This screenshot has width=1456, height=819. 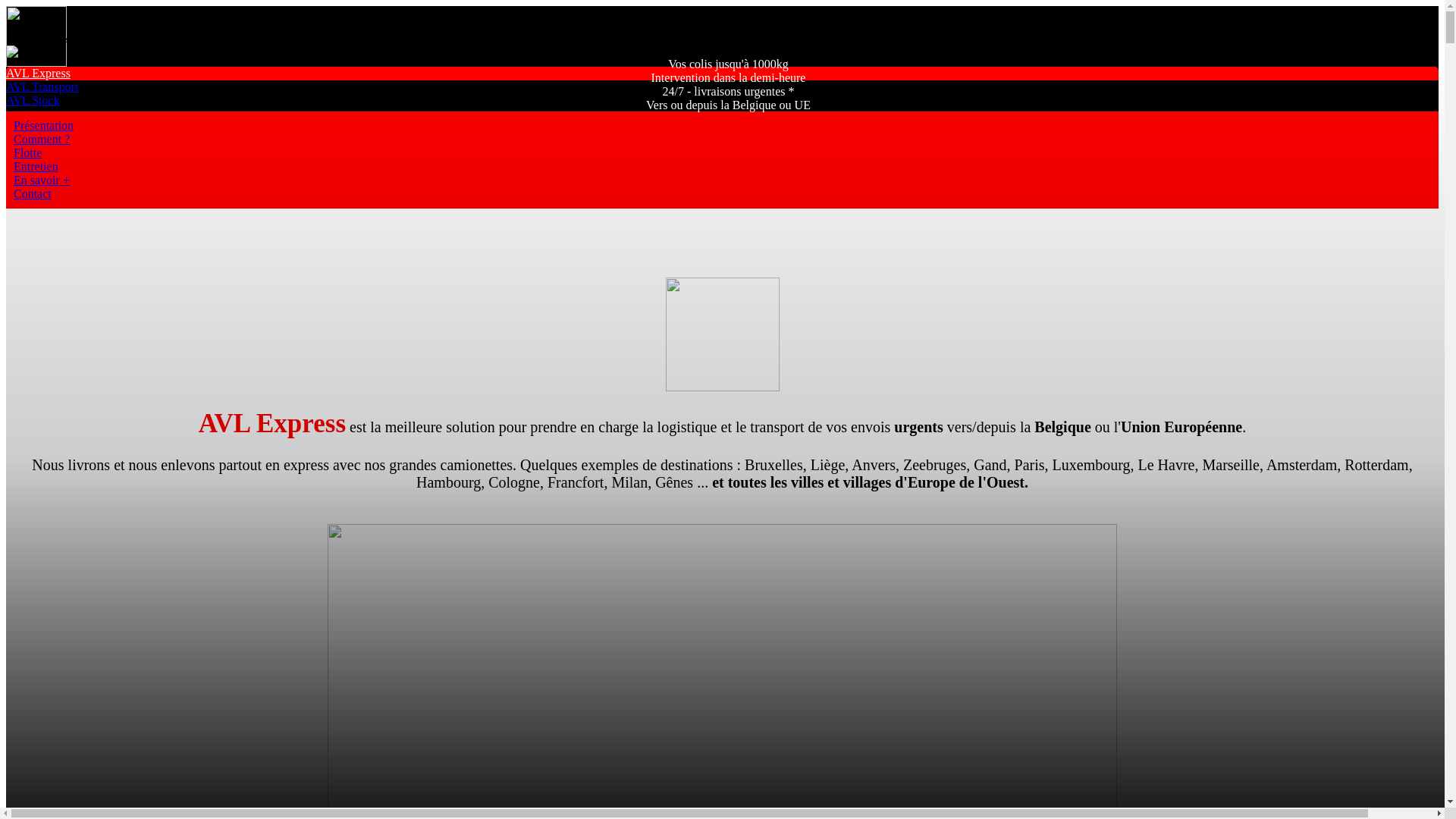 I want to click on 'AVL Transport', so click(x=42, y=86).